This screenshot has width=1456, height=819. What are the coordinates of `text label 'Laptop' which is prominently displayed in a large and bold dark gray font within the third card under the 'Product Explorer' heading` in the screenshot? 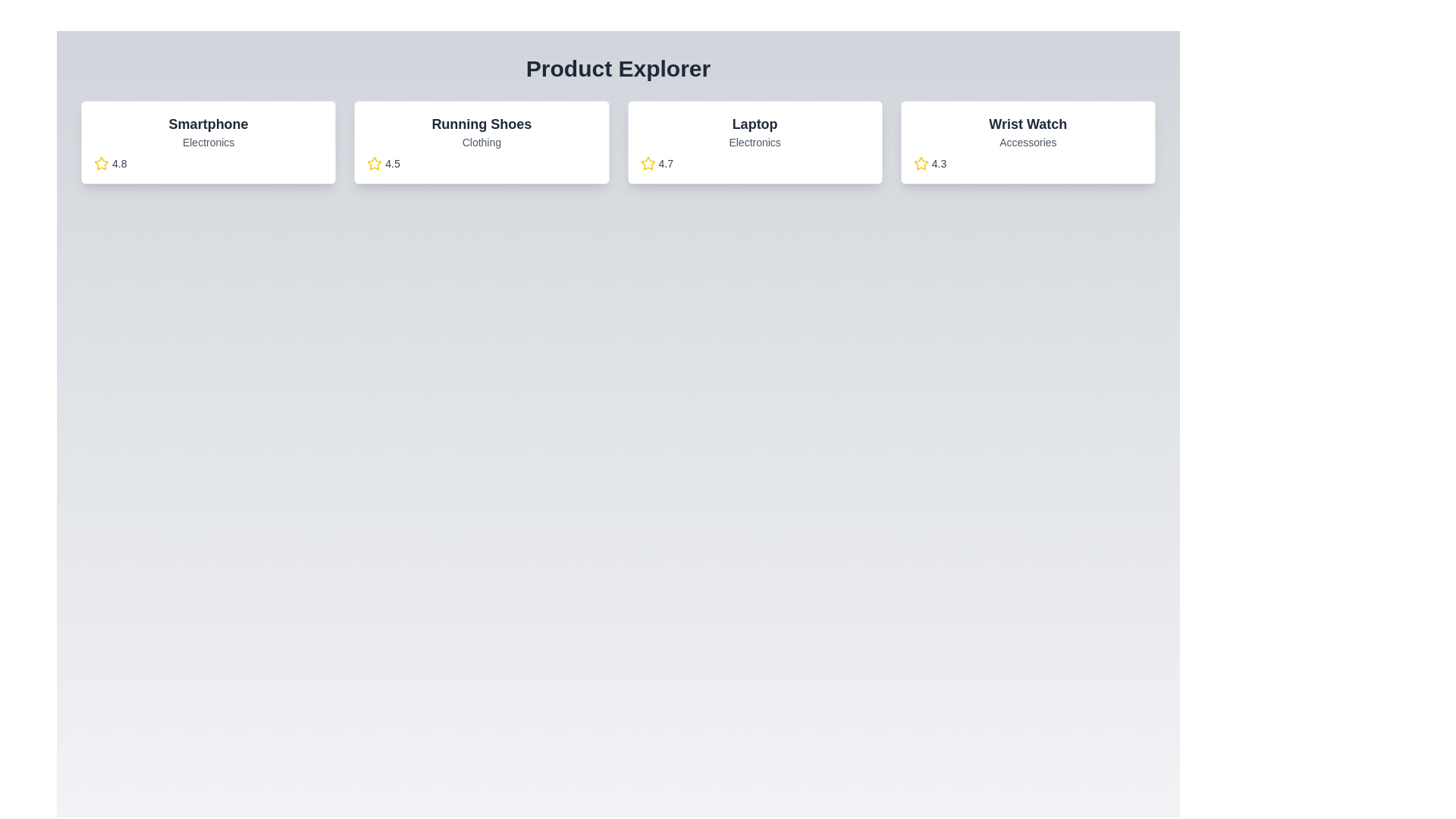 It's located at (755, 124).